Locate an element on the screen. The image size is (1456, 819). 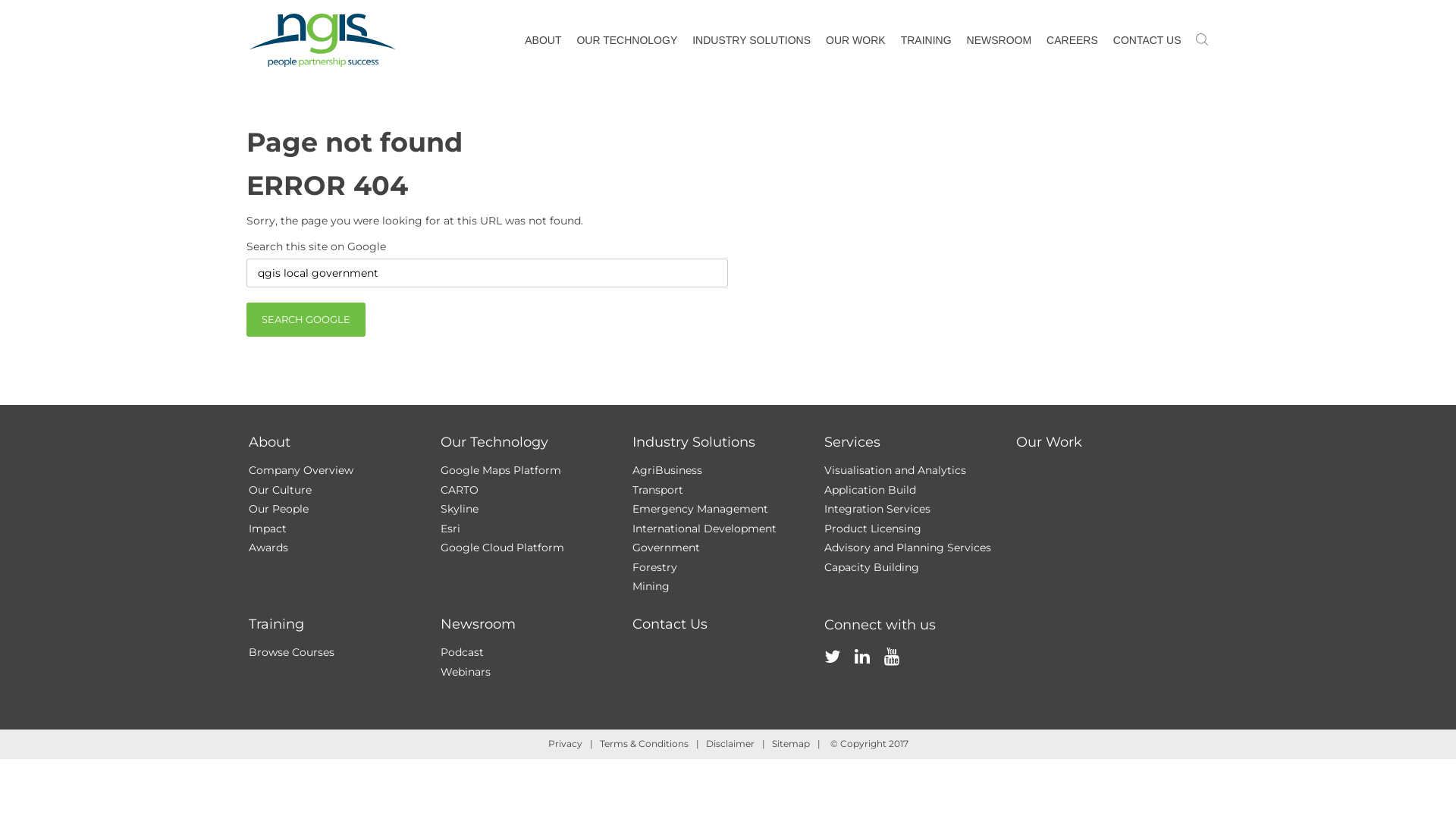
'Impact' is located at coordinates (268, 528).